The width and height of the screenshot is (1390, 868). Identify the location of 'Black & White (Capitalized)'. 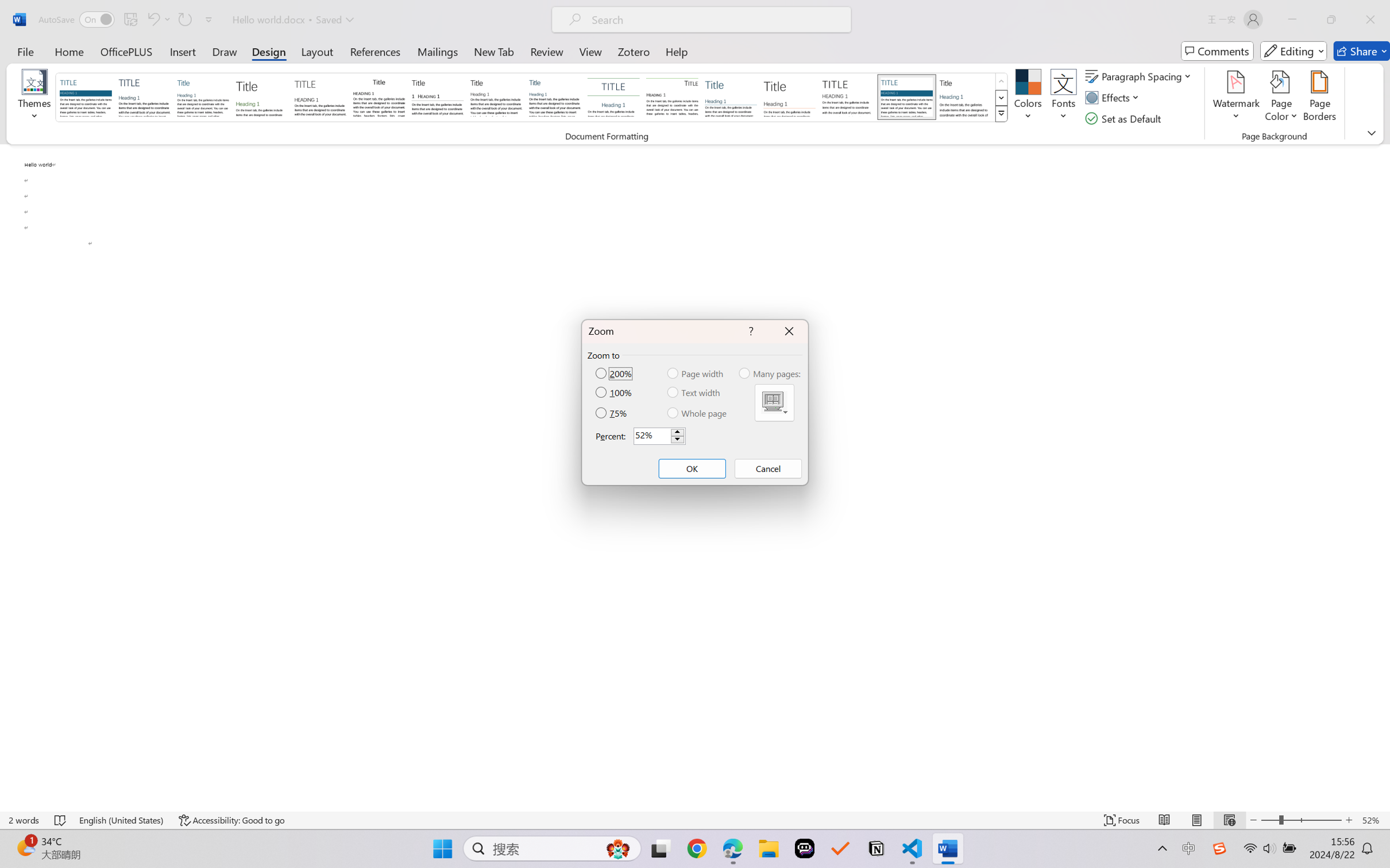
(320, 96).